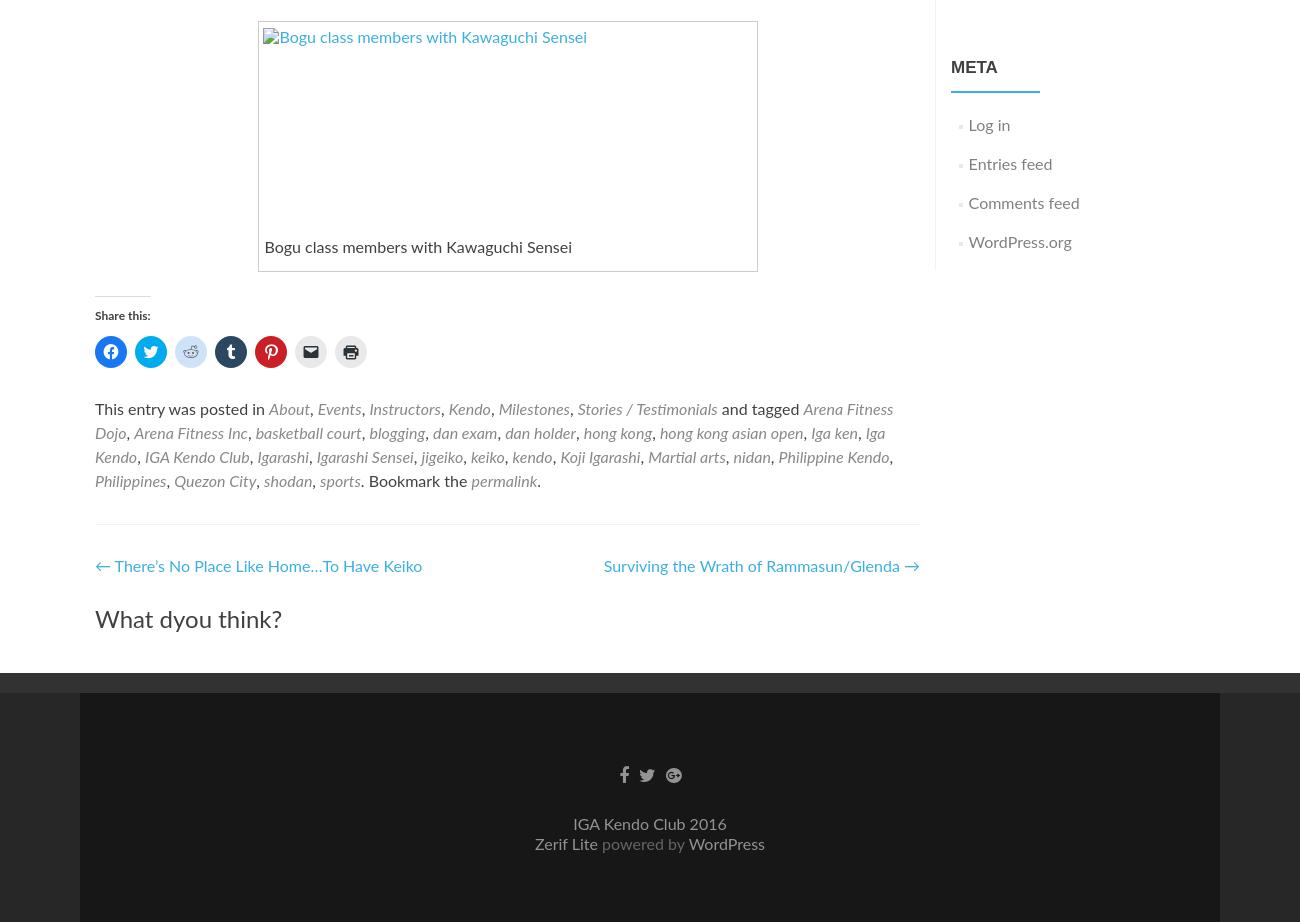  Describe the element at coordinates (289, 407) in the screenshot. I see `'About'` at that location.